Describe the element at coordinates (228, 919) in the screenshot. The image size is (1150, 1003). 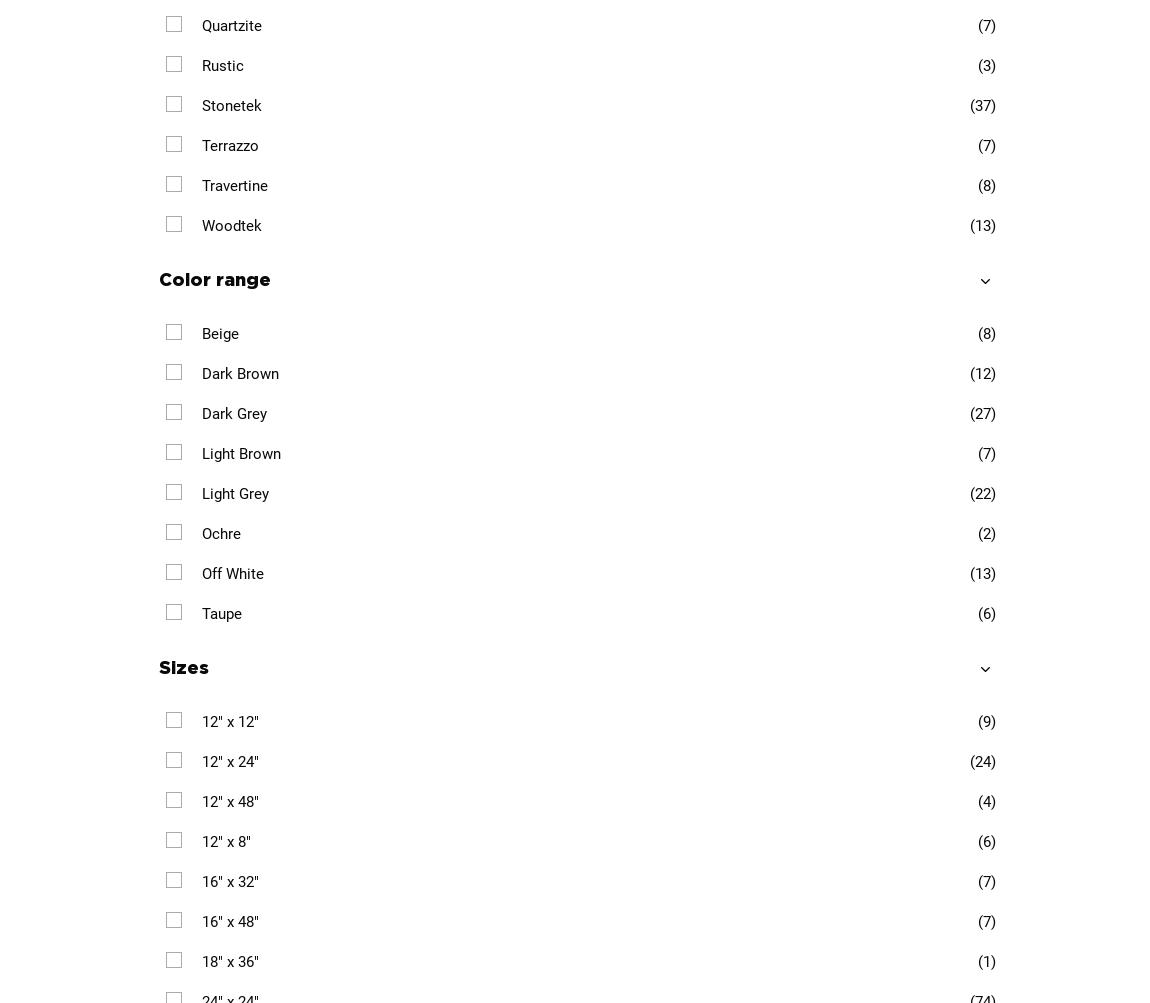
I see `'16" x 48"'` at that location.